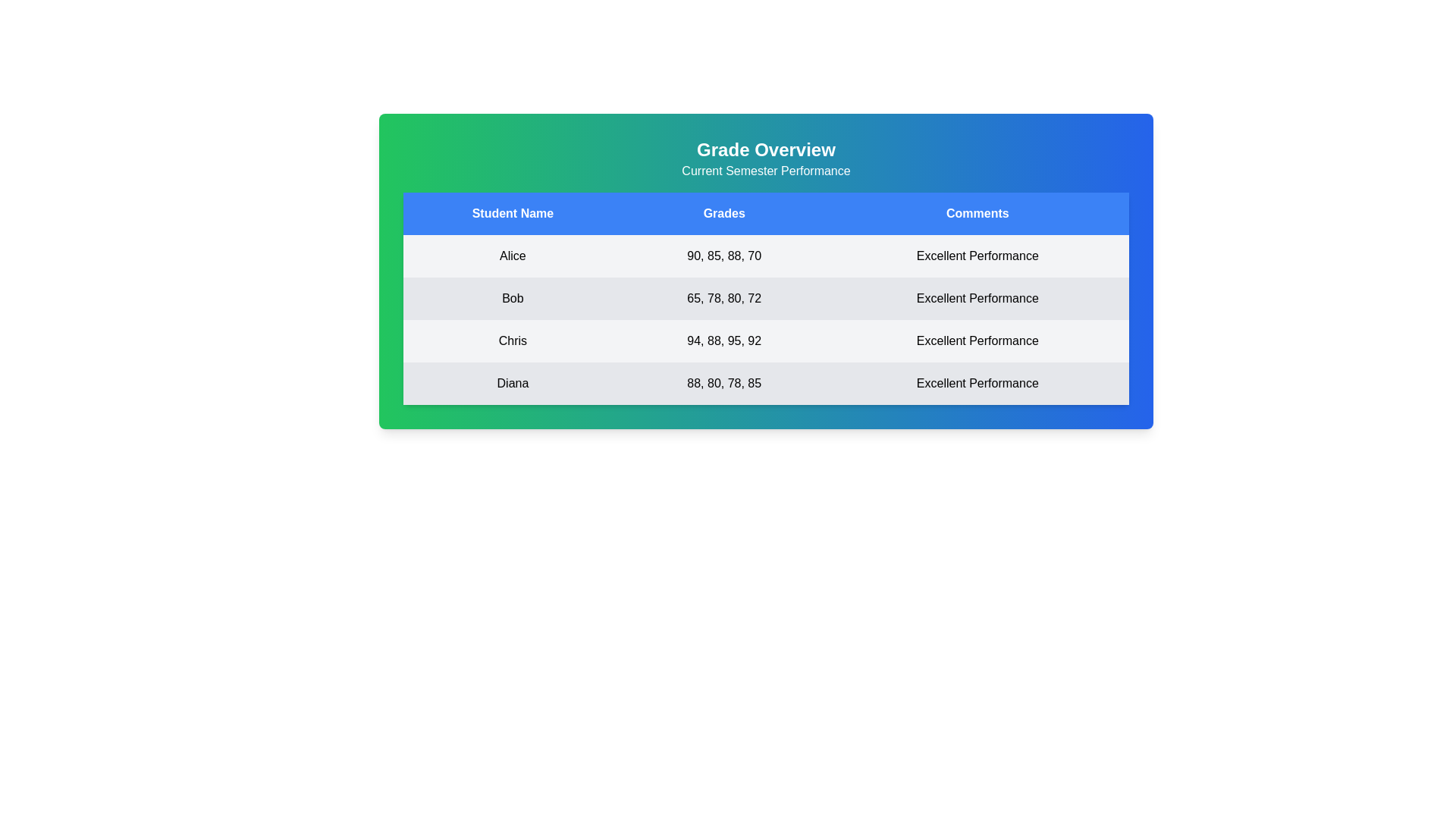  Describe the element at coordinates (766, 213) in the screenshot. I see `the table header row to inspect the column titles` at that location.